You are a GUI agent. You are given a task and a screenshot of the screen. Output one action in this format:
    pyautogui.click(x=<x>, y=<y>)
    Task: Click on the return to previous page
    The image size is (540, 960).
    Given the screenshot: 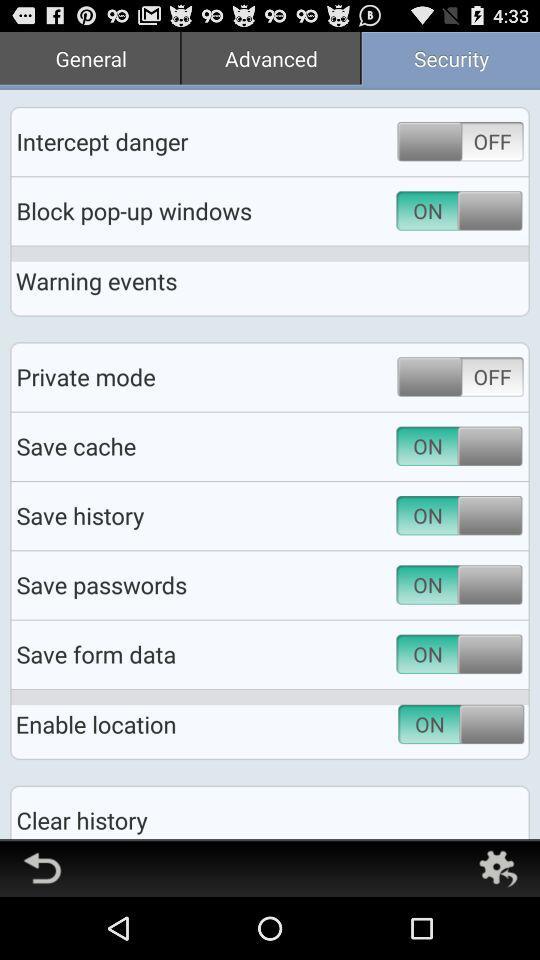 What is the action you would take?
    pyautogui.click(x=42, y=867)
    